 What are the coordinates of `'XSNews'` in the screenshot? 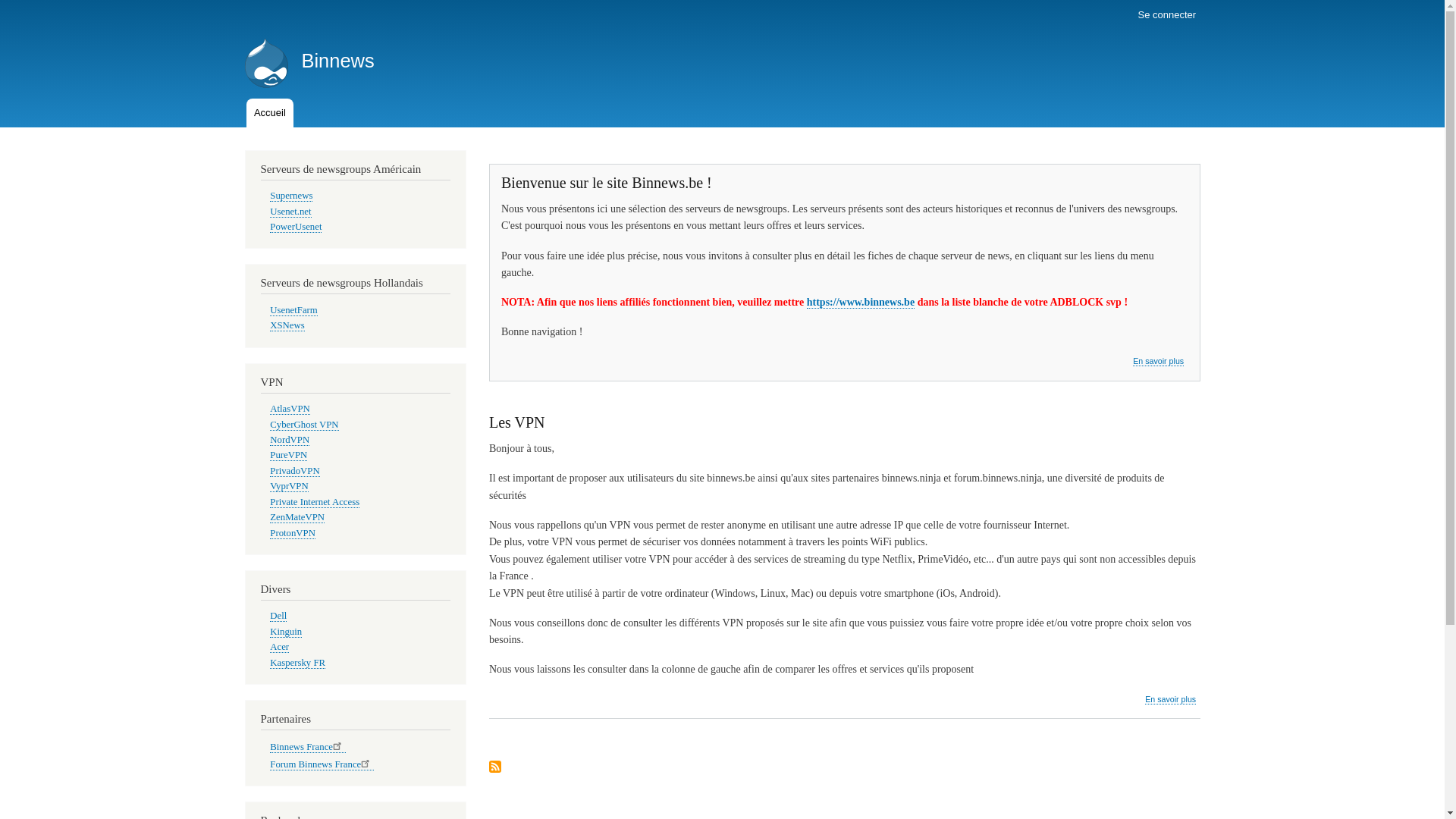 It's located at (269, 325).